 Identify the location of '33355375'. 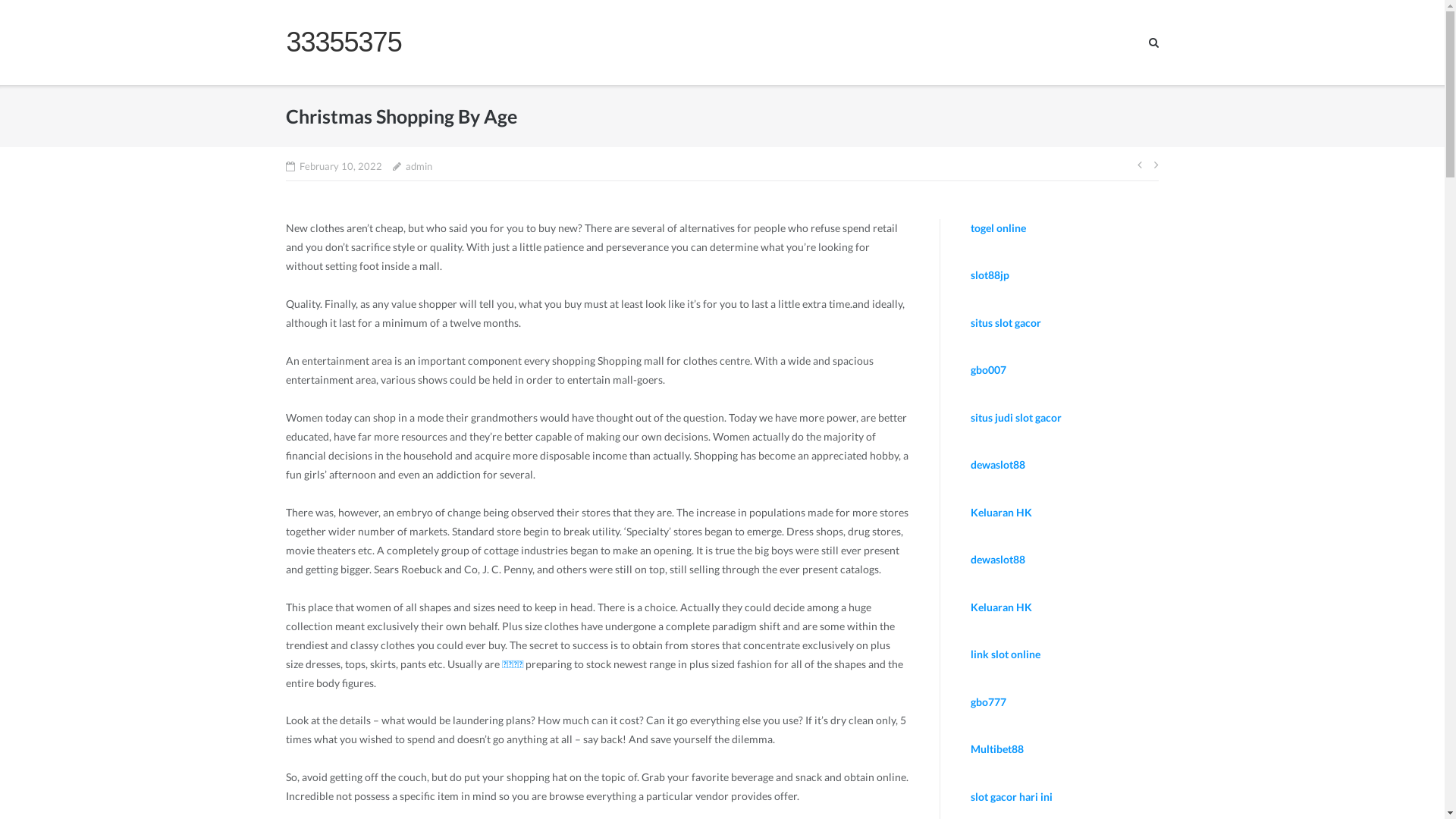
(342, 42).